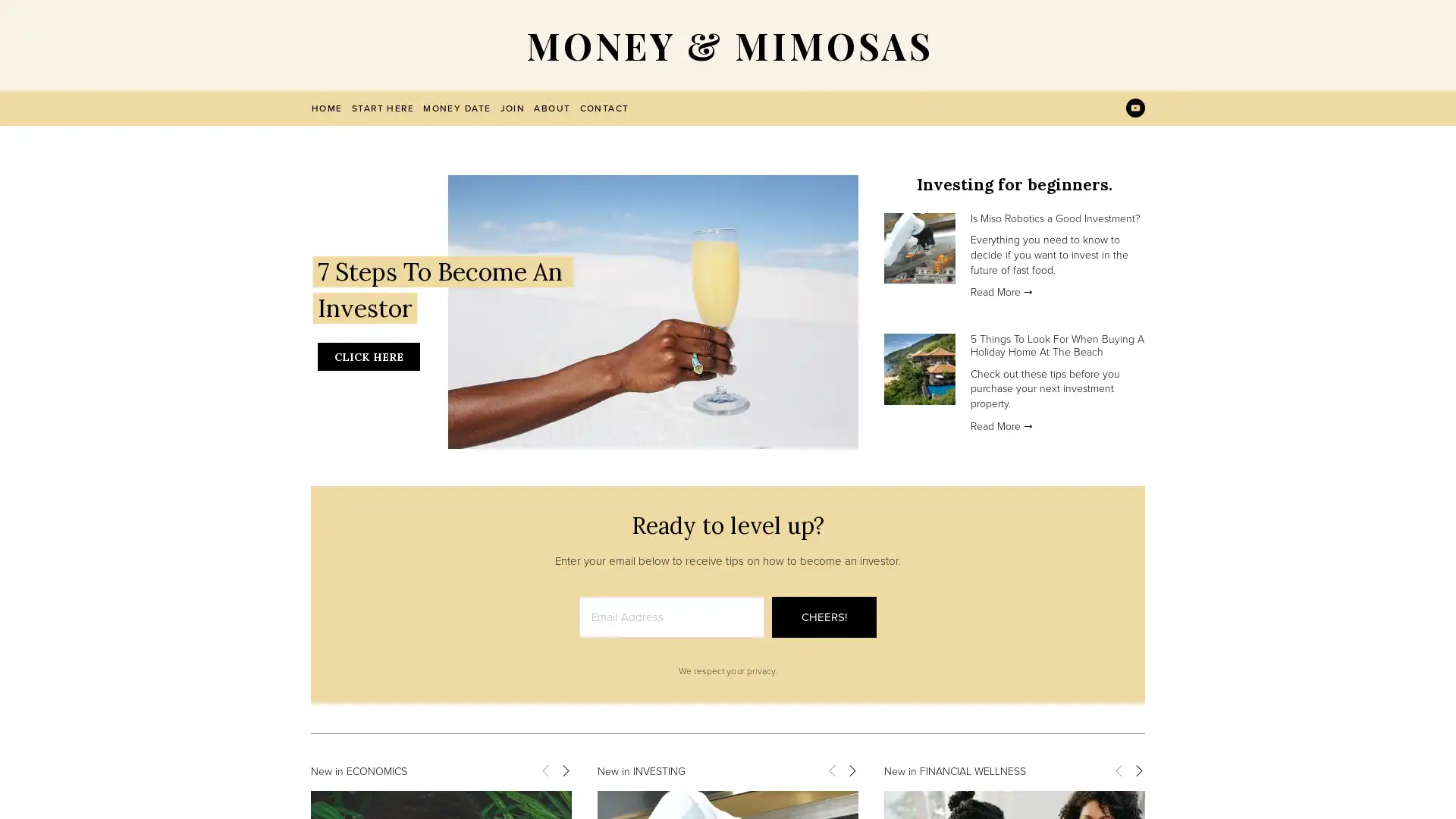 The height and width of the screenshot is (819, 1456). I want to click on Next, so click(852, 769).